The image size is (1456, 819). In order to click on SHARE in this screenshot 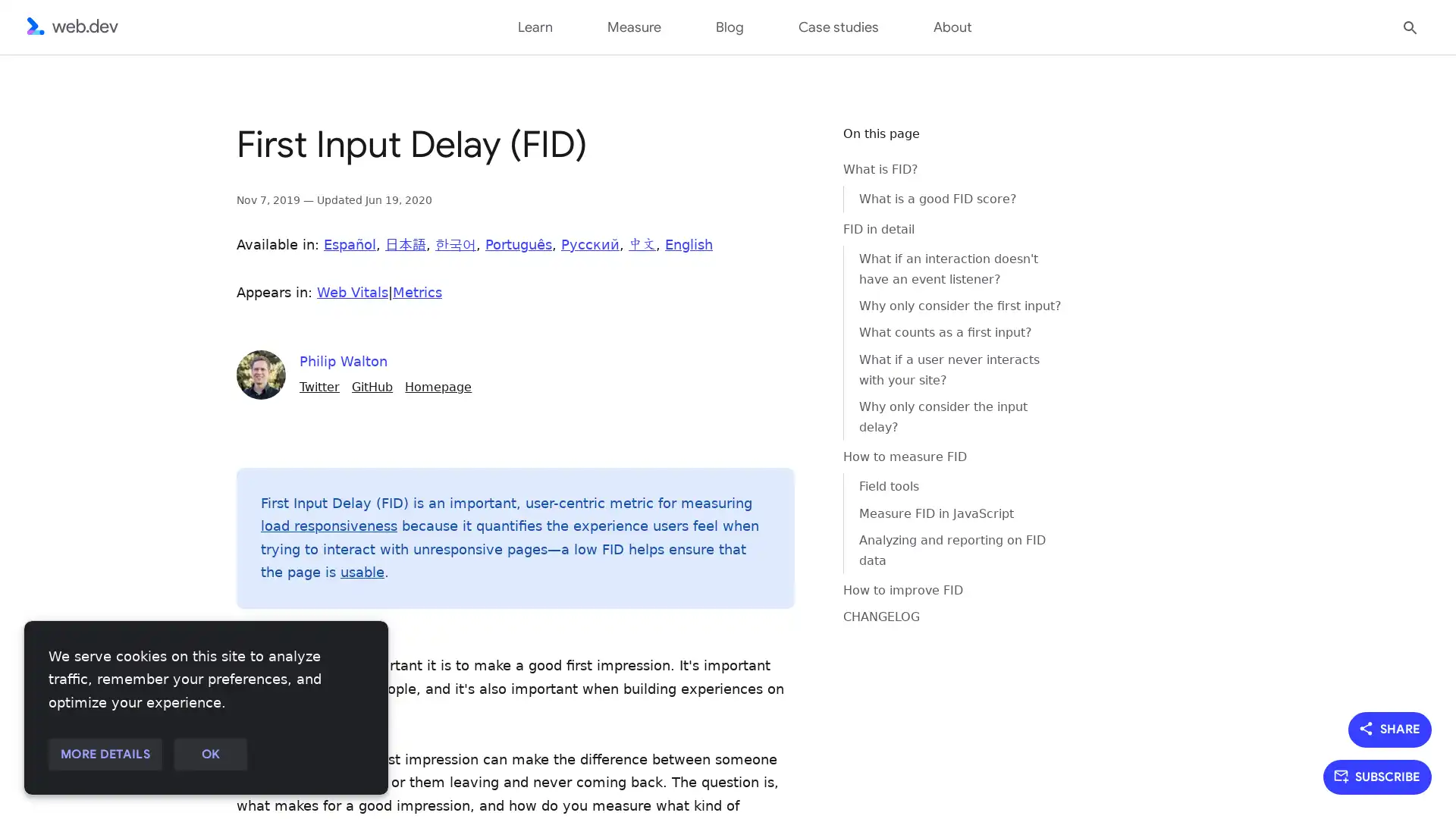, I will do `click(1390, 728)`.